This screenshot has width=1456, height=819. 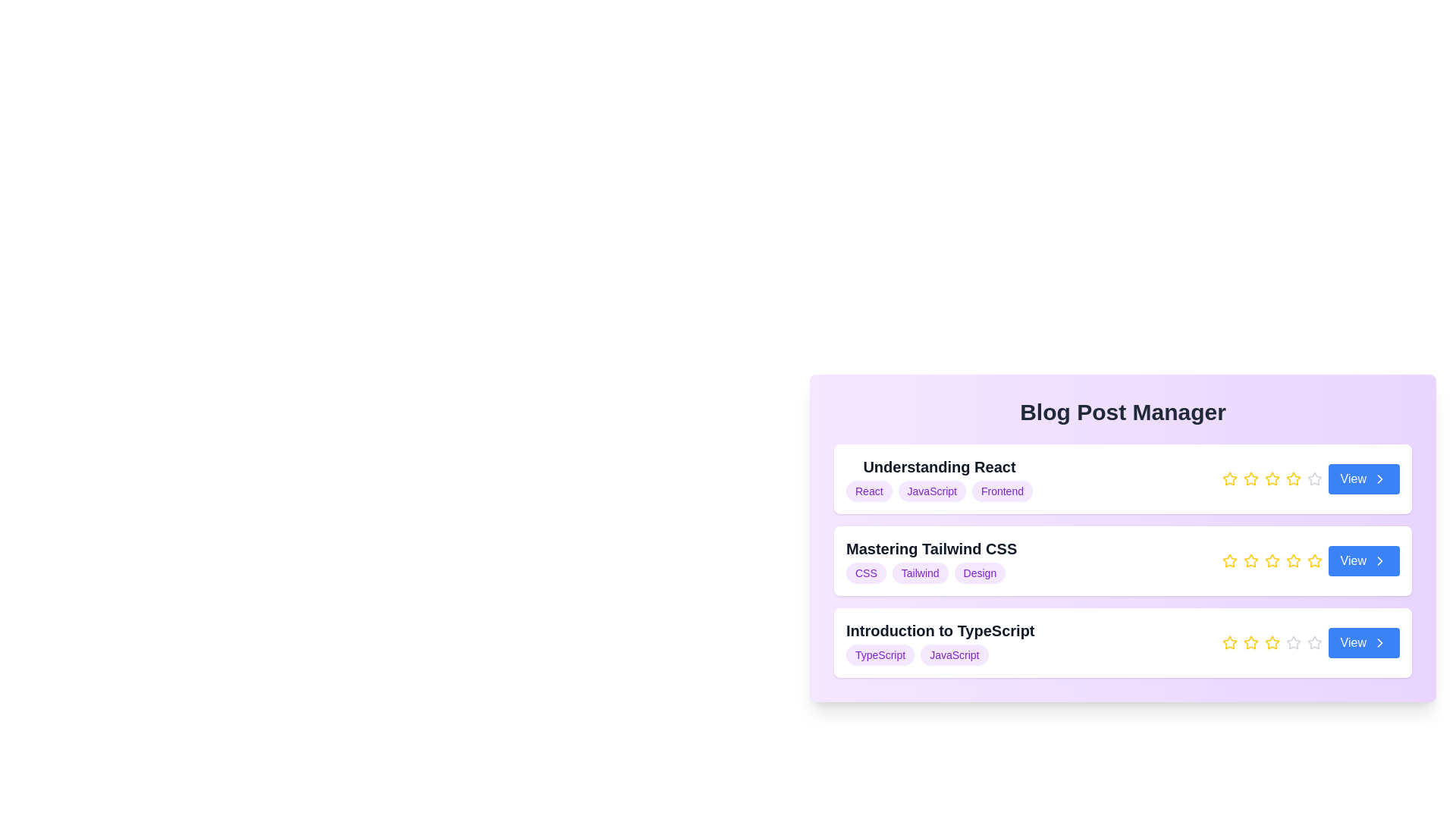 What do you see at coordinates (1313, 560) in the screenshot?
I see `the fourth star icon in the five-star rating system beside the 'Mastering Tailwind CSS' list item to trigger tooltip or visual feedback` at bounding box center [1313, 560].